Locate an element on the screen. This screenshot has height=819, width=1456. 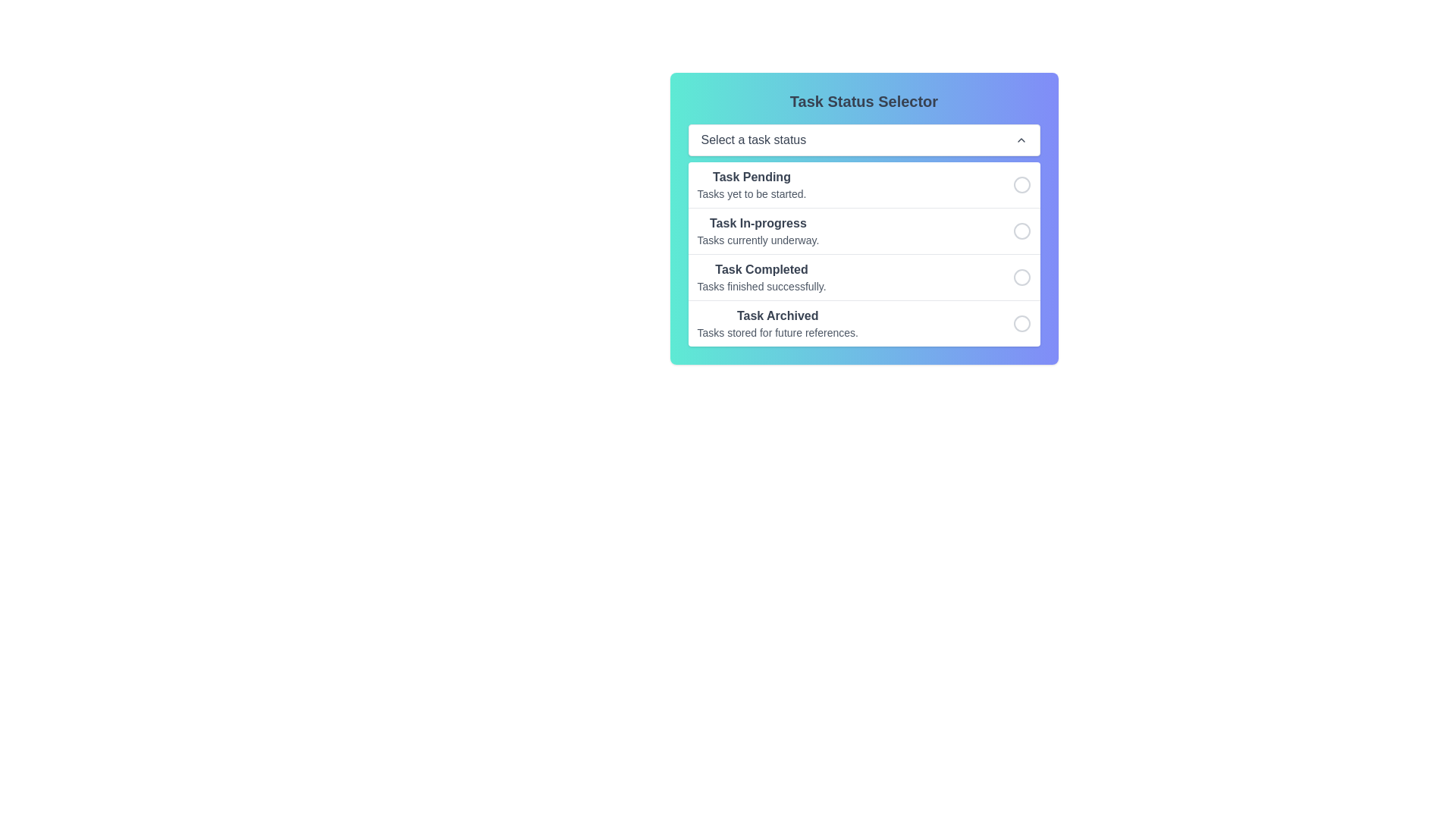
the circular gray radio button at the end of the 'Task Pending' row is located at coordinates (1021, 184).